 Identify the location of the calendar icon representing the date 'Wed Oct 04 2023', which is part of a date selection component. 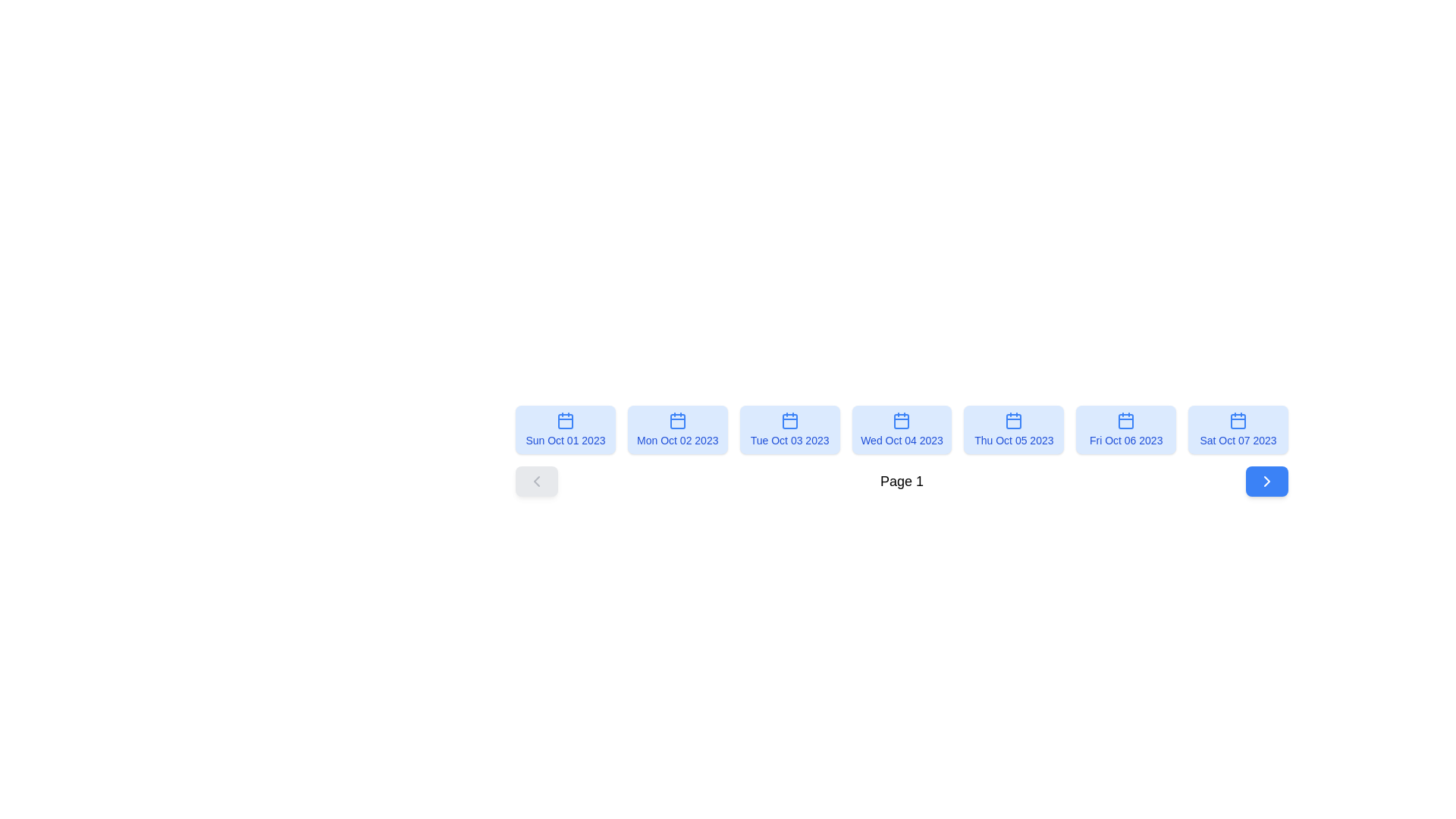
(902, 421).